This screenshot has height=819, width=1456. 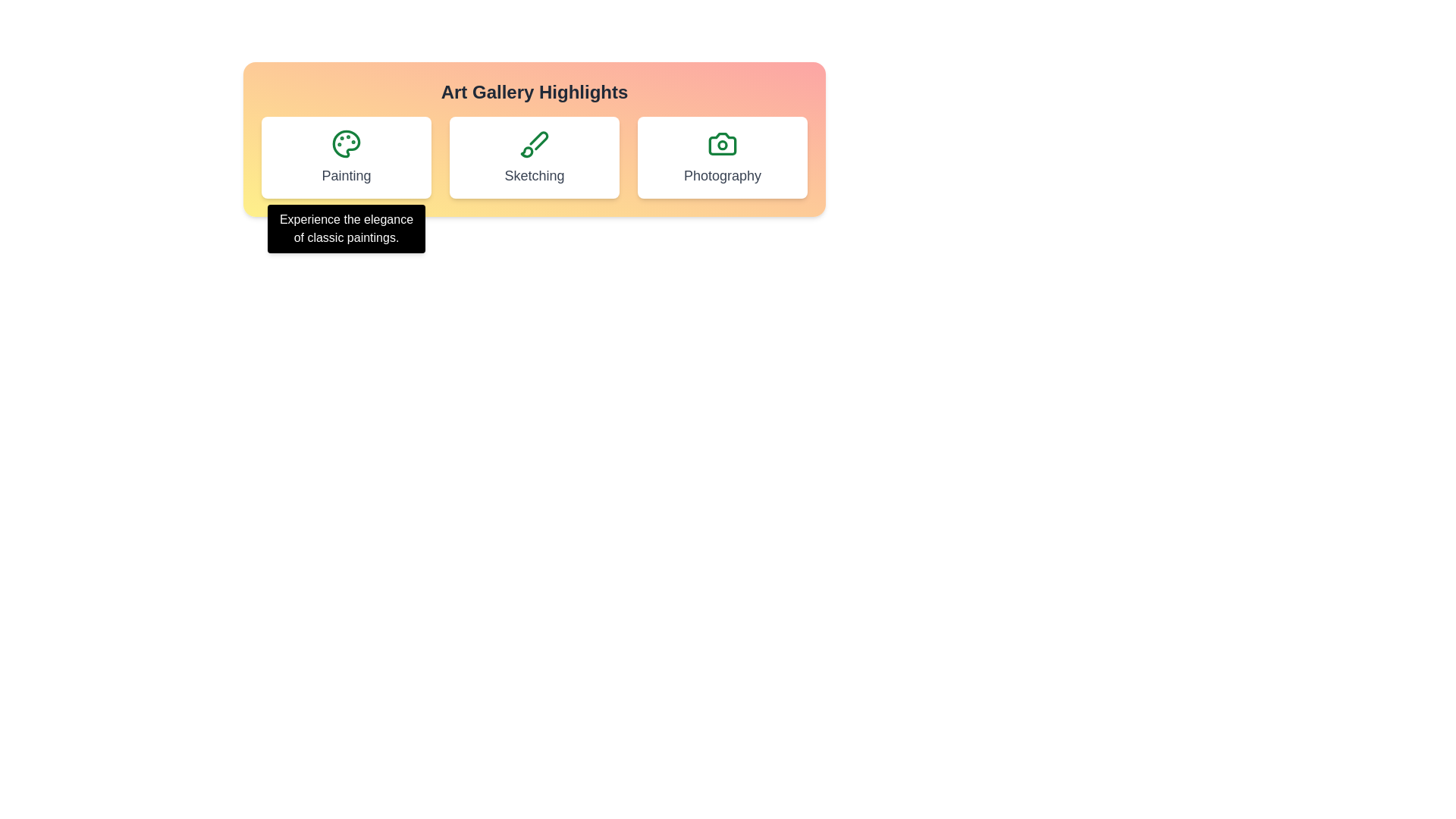 What do you see at coordinates (722, 145) in the screenshot?
I see `the small circular shape within the camera icon that has a green outline, located in the 'Art Gallery Highlights' section` at bounding box center [722, 145].